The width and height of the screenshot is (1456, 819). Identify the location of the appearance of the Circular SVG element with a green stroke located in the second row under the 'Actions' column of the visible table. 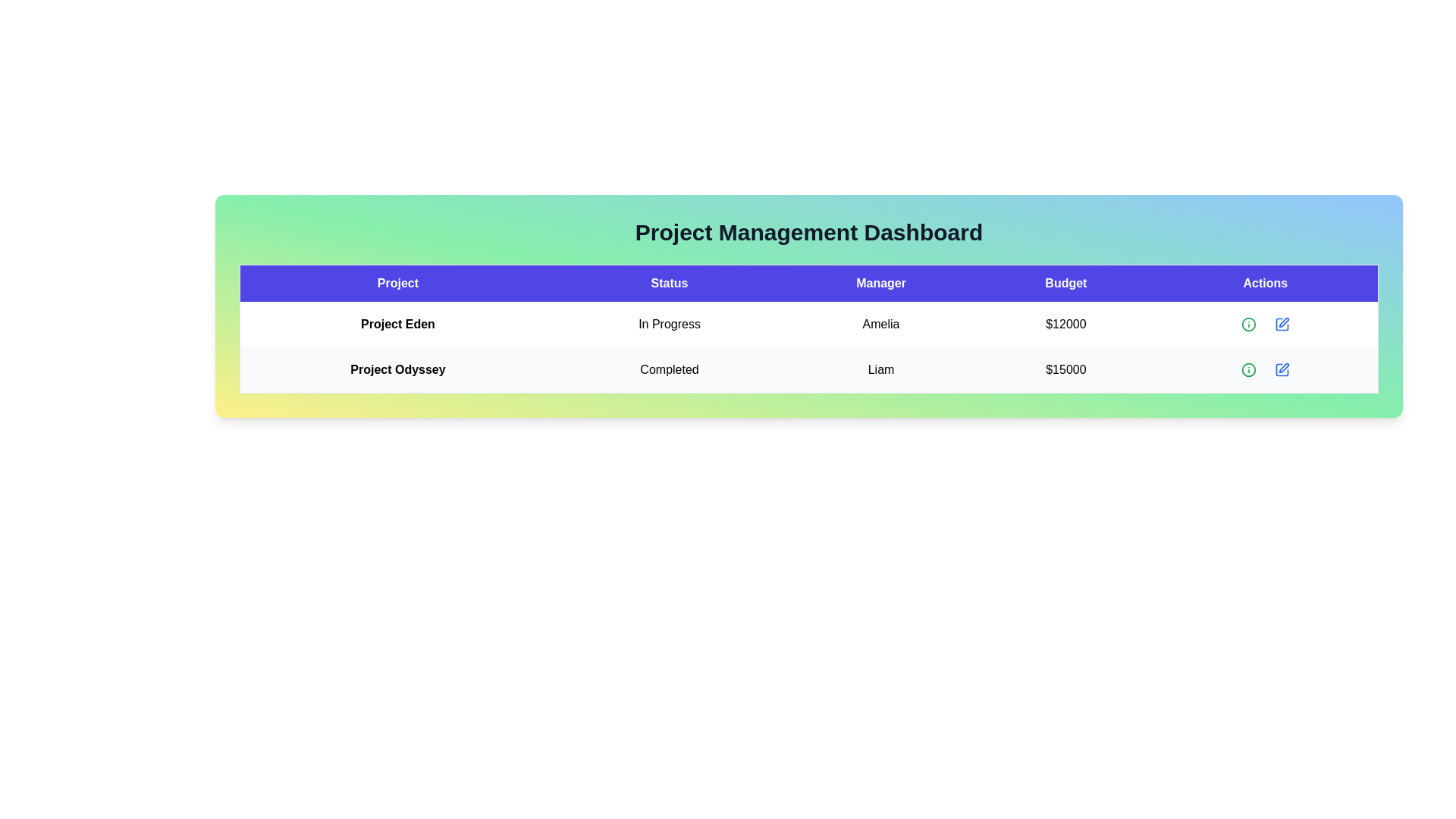
(1248, 370).